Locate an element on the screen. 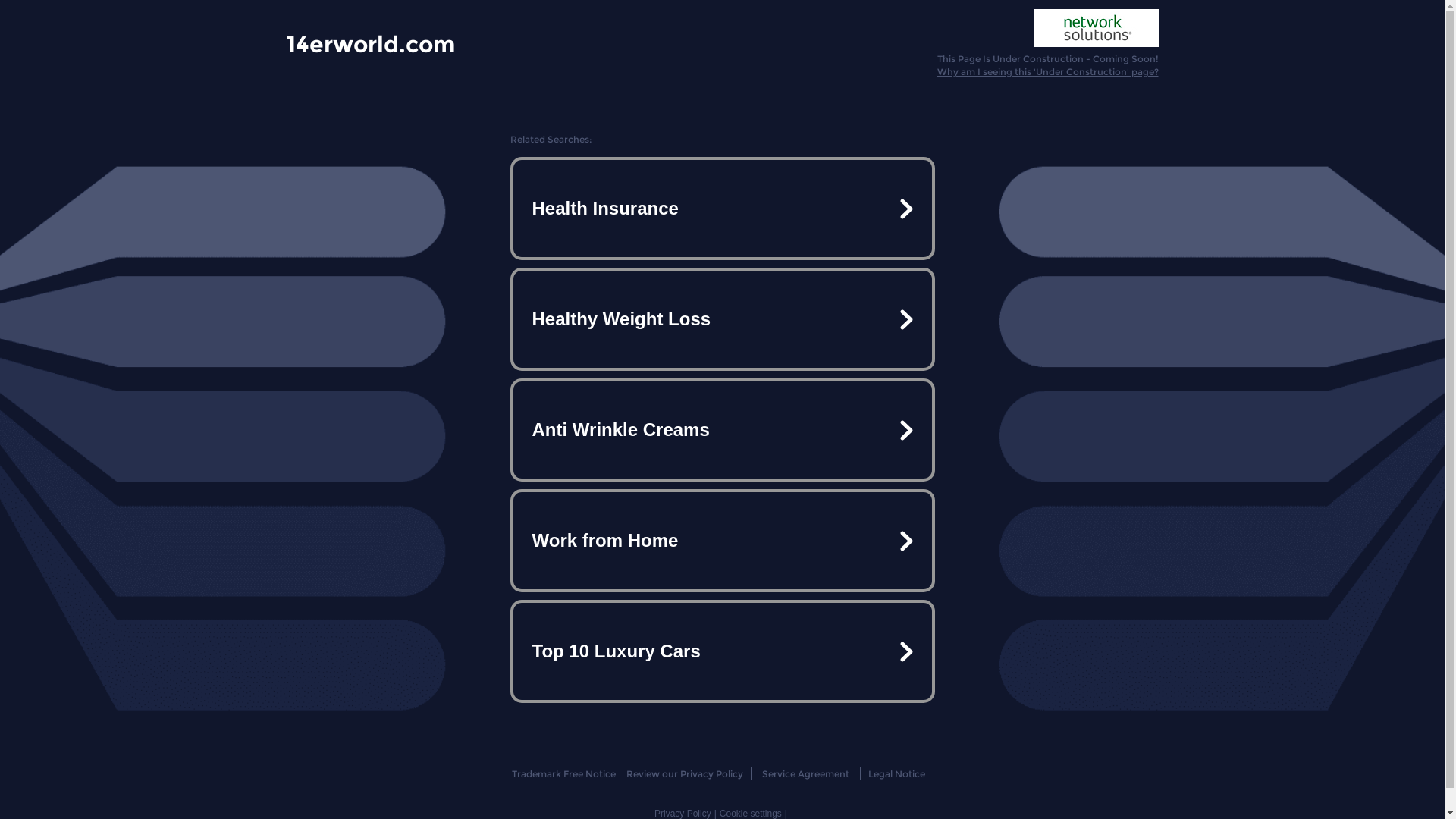 The width and height of the screenshot is (1456, 819). 'Health Insurance' is located at coordinates (720, 208).